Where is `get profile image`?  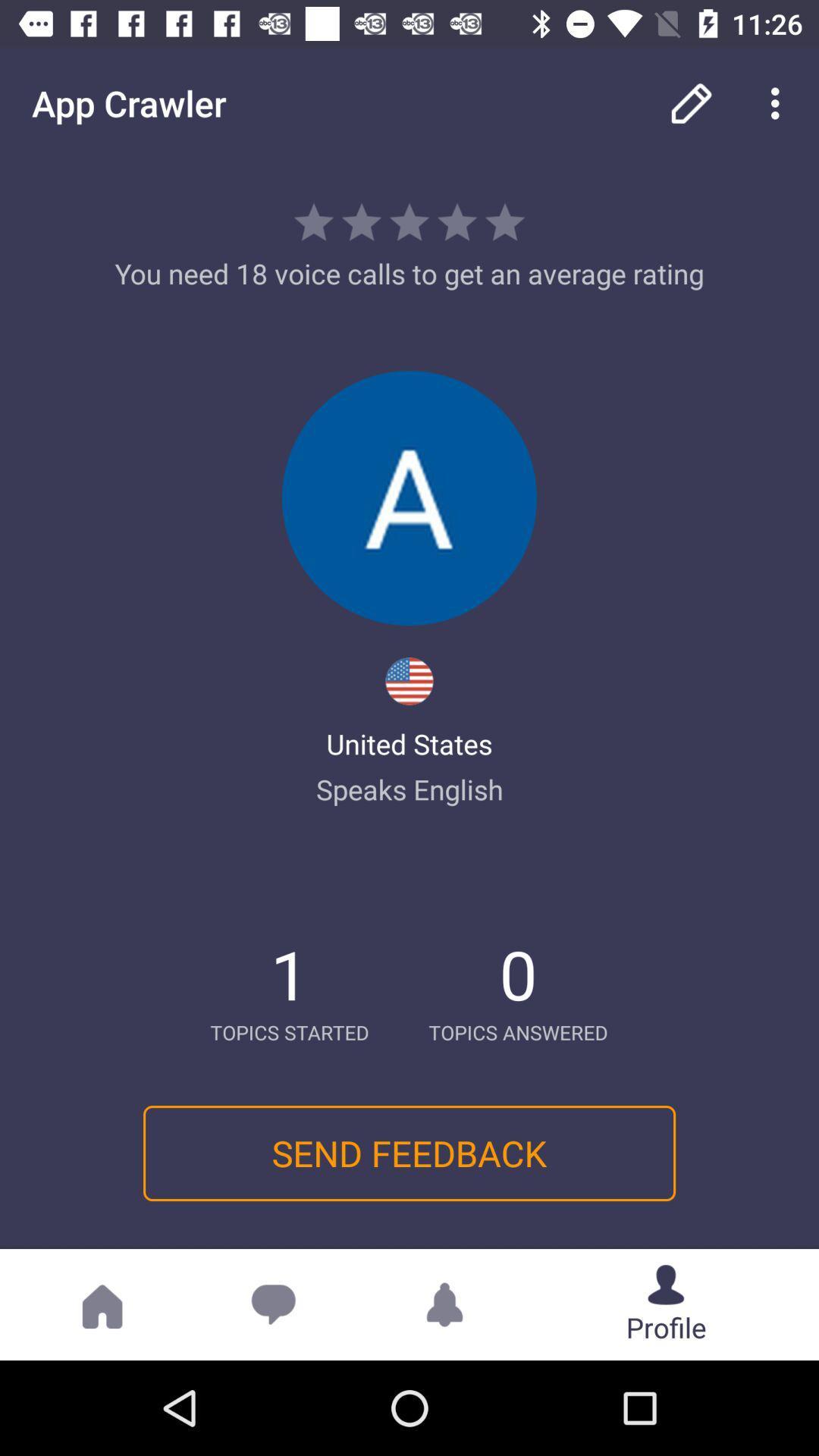 get profile image is located at coordinates (409, 498).